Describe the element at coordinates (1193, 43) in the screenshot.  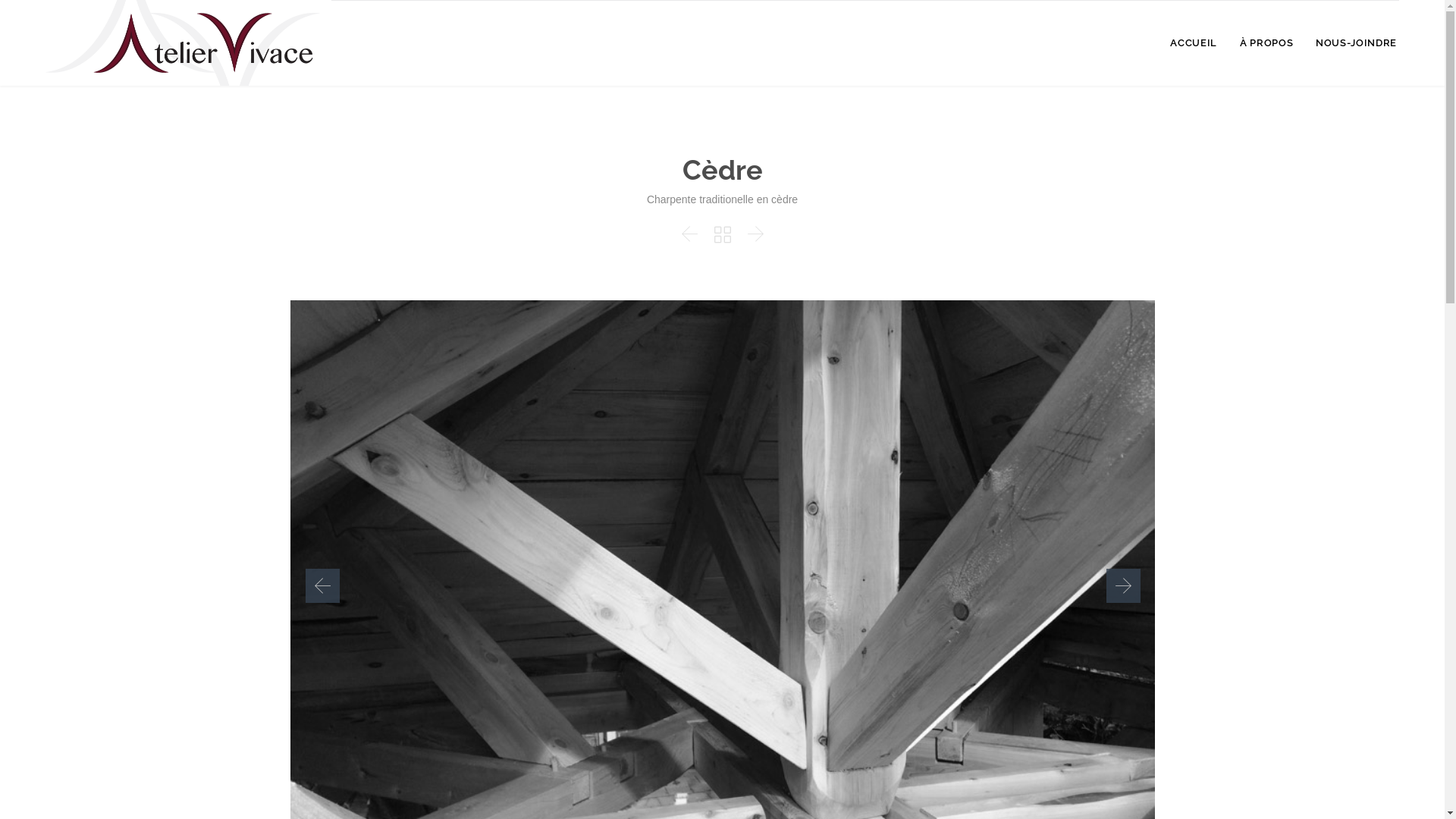
I see `'ACCUEIL'` at that location.